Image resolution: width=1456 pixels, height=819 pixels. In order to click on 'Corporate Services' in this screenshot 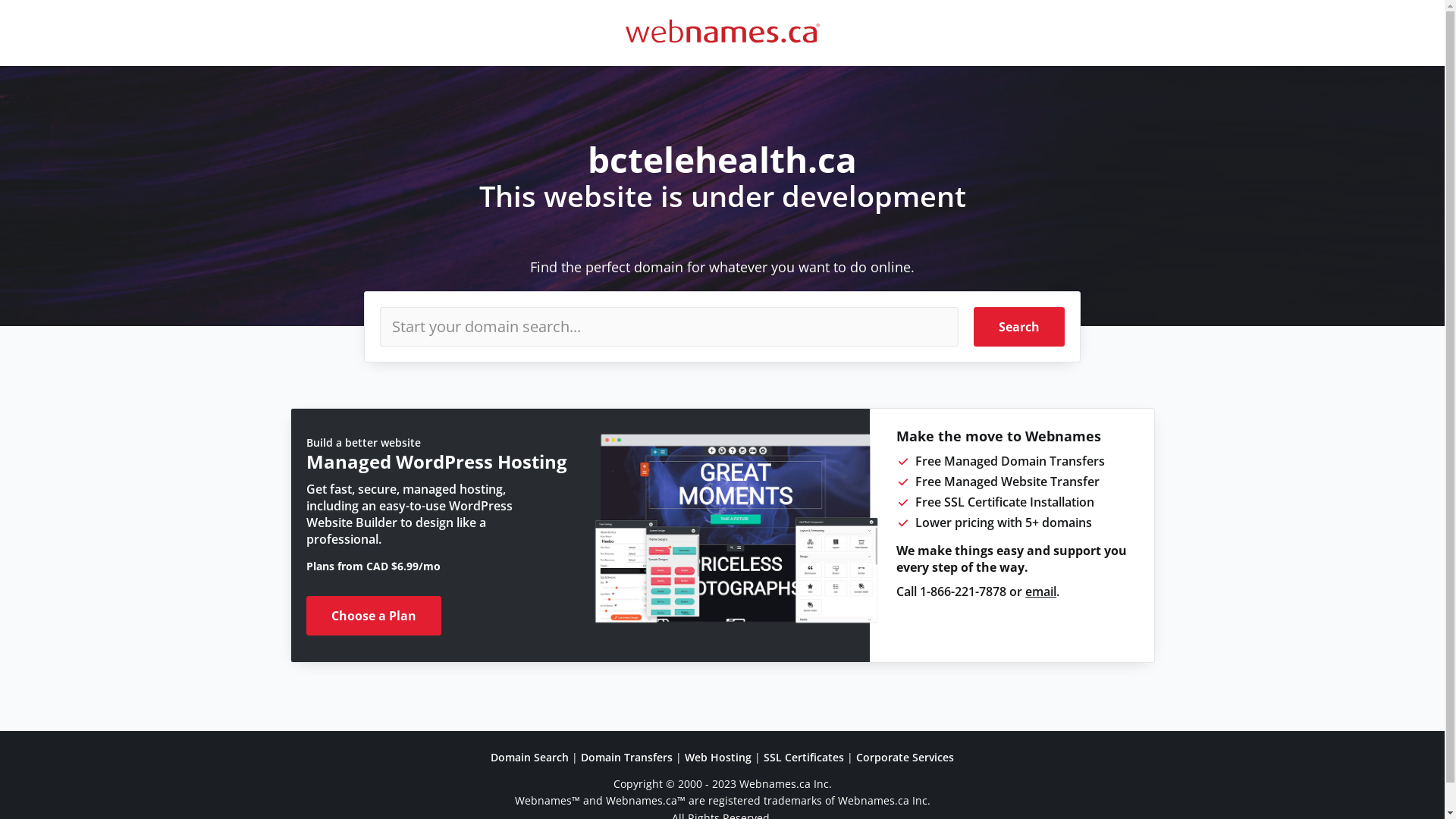, I will do `click(905, 757)`.